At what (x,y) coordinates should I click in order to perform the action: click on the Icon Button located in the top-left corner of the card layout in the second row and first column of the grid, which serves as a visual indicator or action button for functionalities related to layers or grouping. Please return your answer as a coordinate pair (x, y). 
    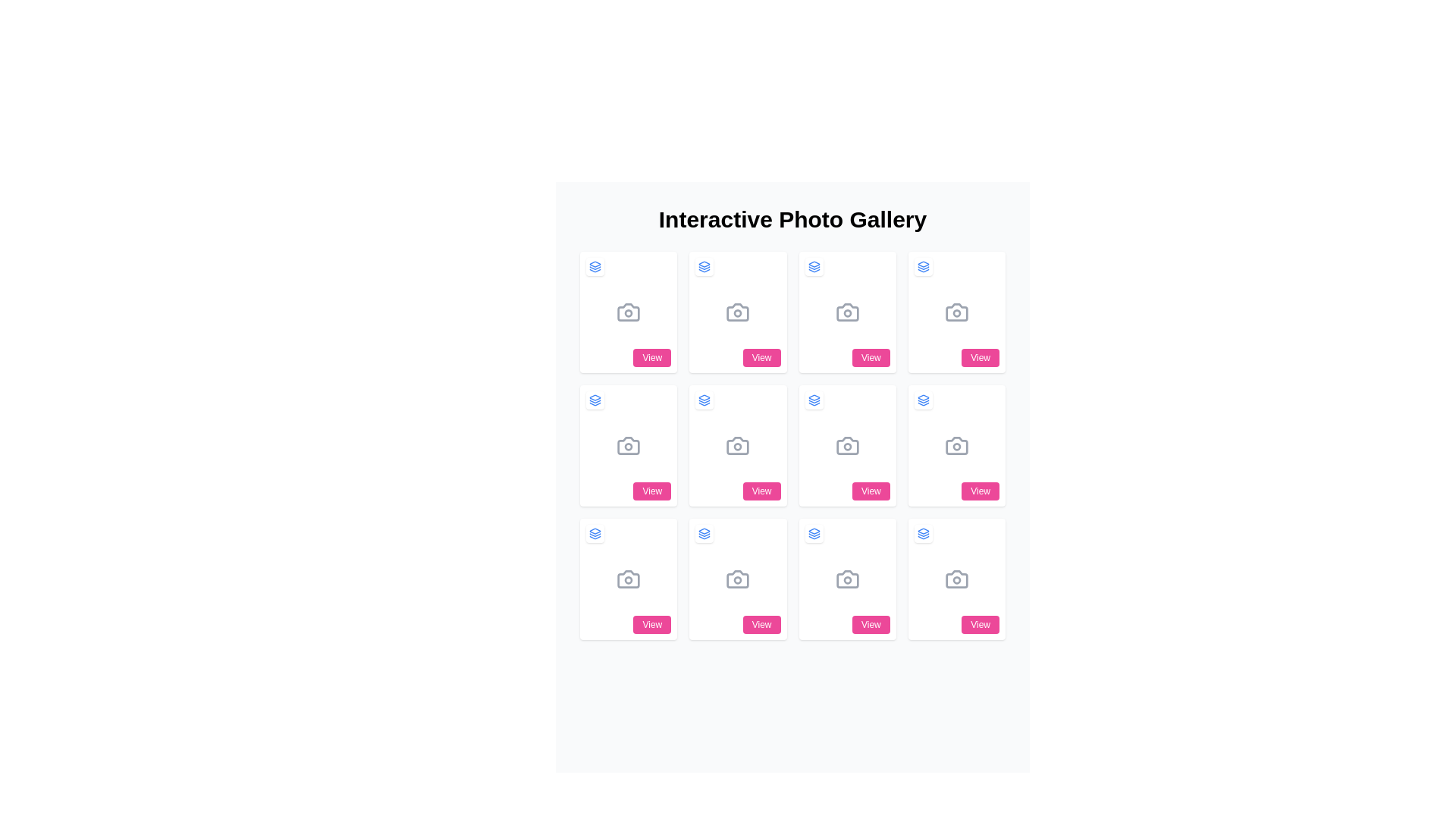
    Looking at the image, I should click on (595, 400).